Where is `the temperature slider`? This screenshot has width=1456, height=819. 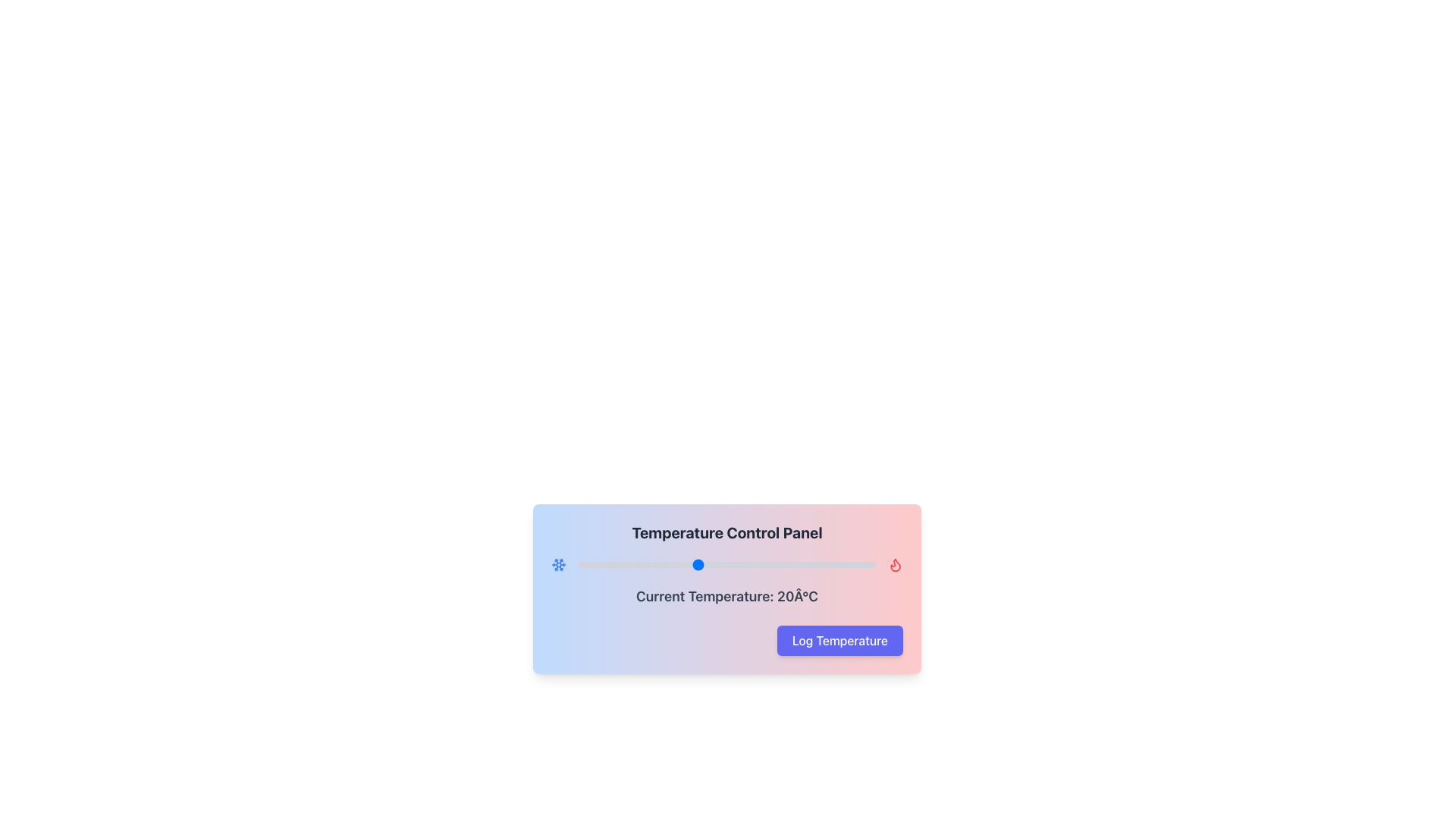
the temperature slider is located at coordinates (786, 564).